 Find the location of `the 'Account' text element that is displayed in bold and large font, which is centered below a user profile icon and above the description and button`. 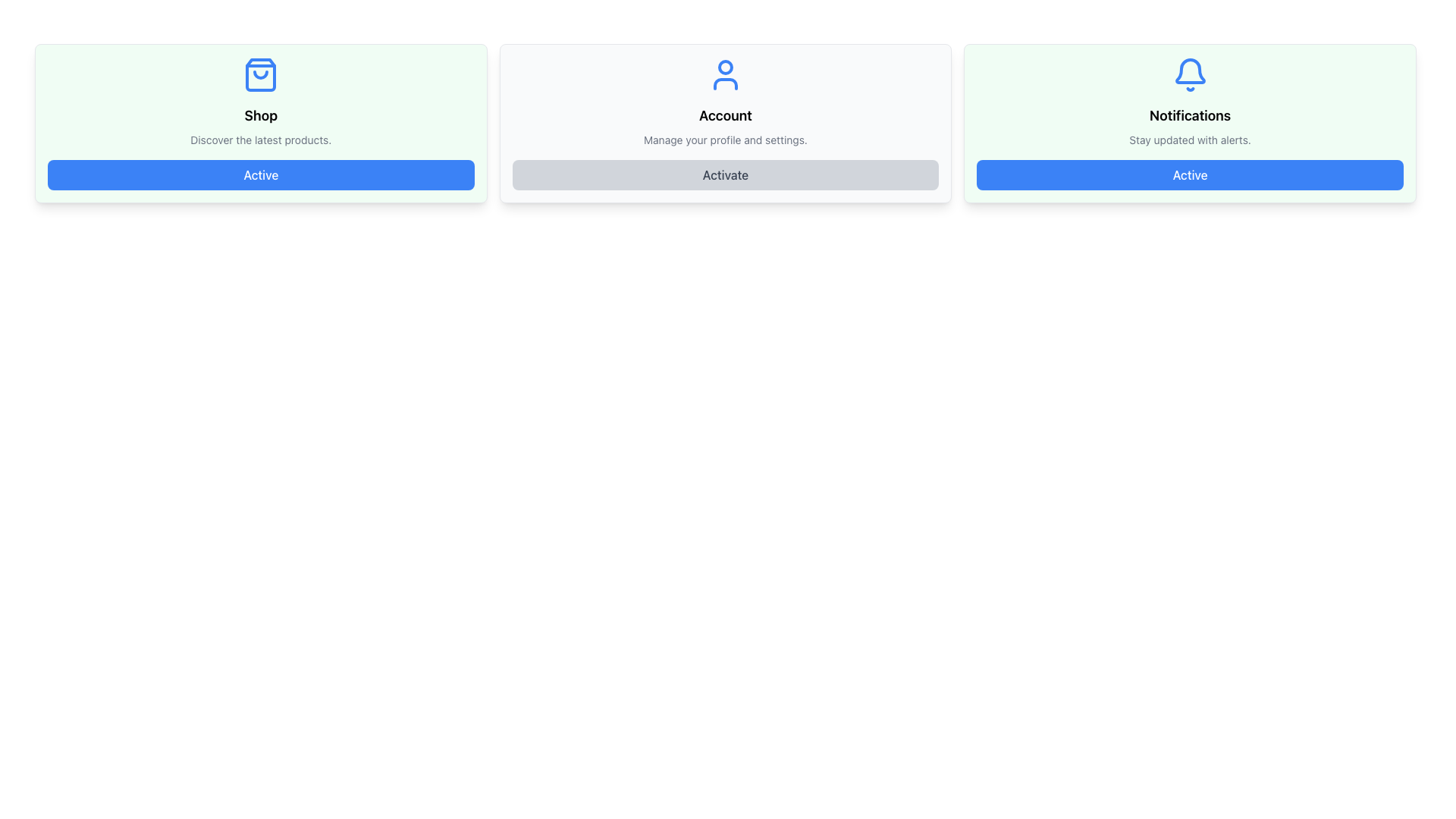

the 'Account' text element that is displayed in bold and large font, which is centered below a user profile icon and above the description and button is located at coordinates (724, 115).